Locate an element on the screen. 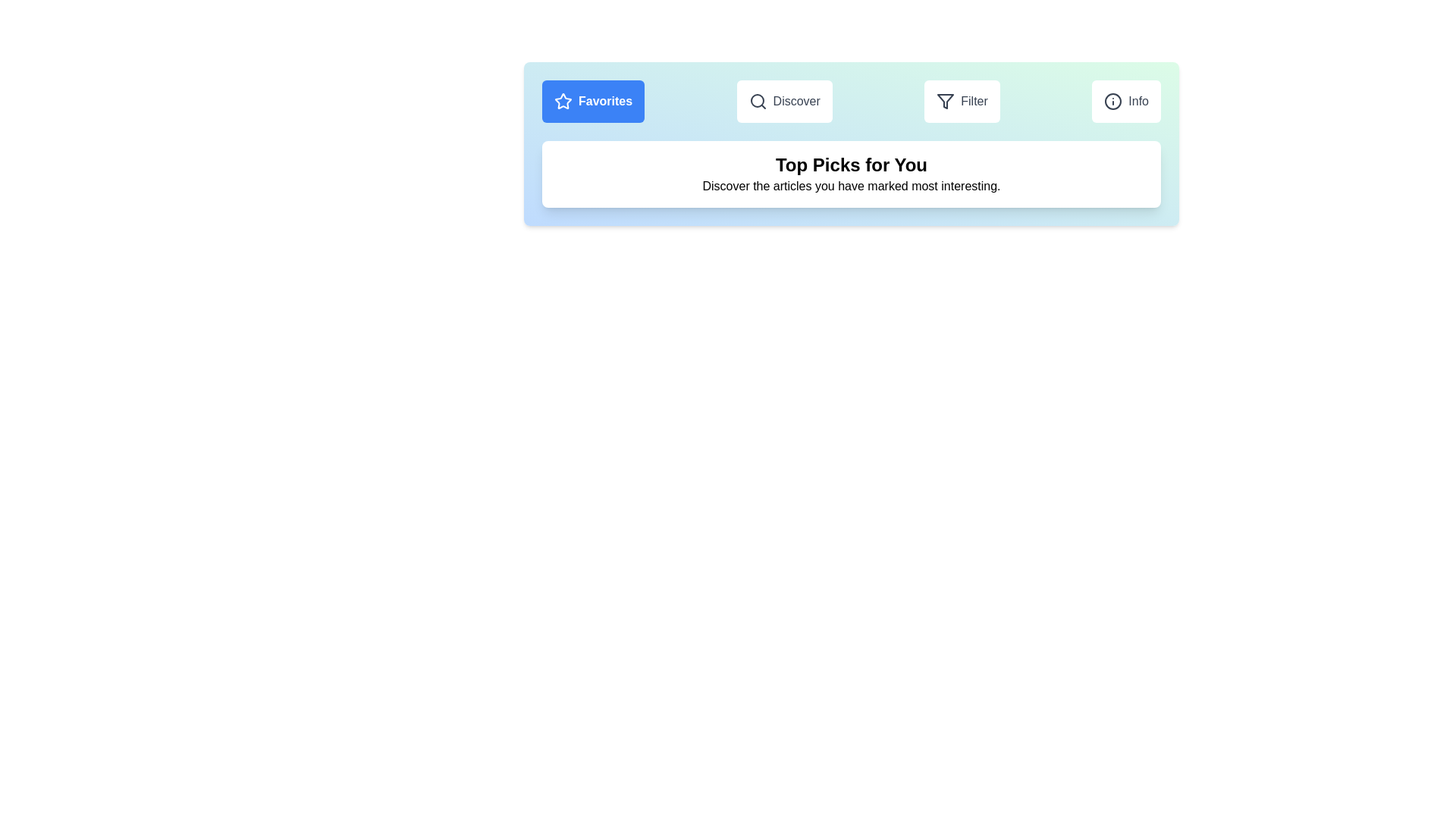  the Info tab to view its content is located at coordinates (1126, 102).